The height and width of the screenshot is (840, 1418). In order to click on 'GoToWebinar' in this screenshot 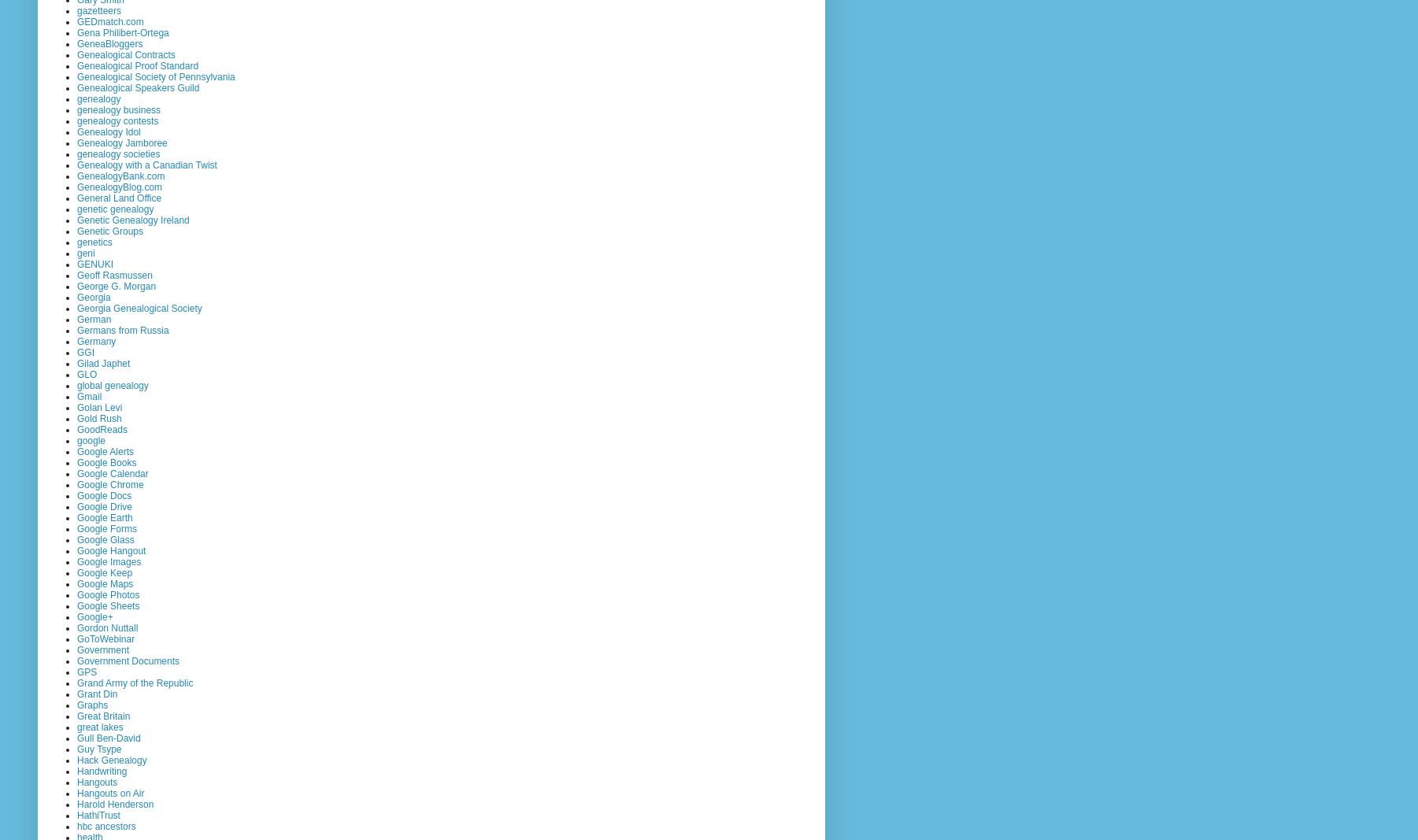, I will do `click(106, 638)`.